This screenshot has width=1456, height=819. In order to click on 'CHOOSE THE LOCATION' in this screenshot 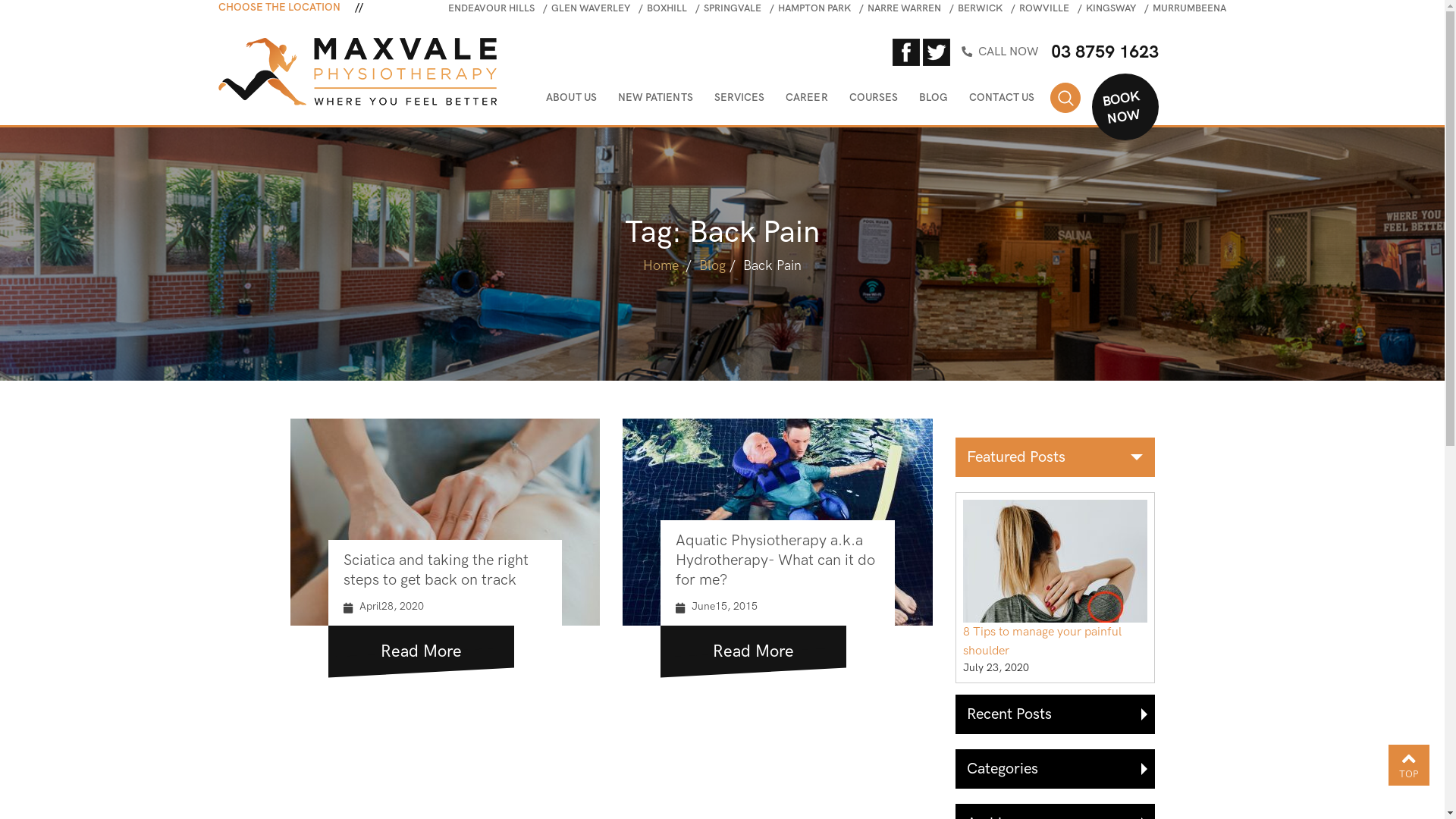, I will do `click(218, 8)`.